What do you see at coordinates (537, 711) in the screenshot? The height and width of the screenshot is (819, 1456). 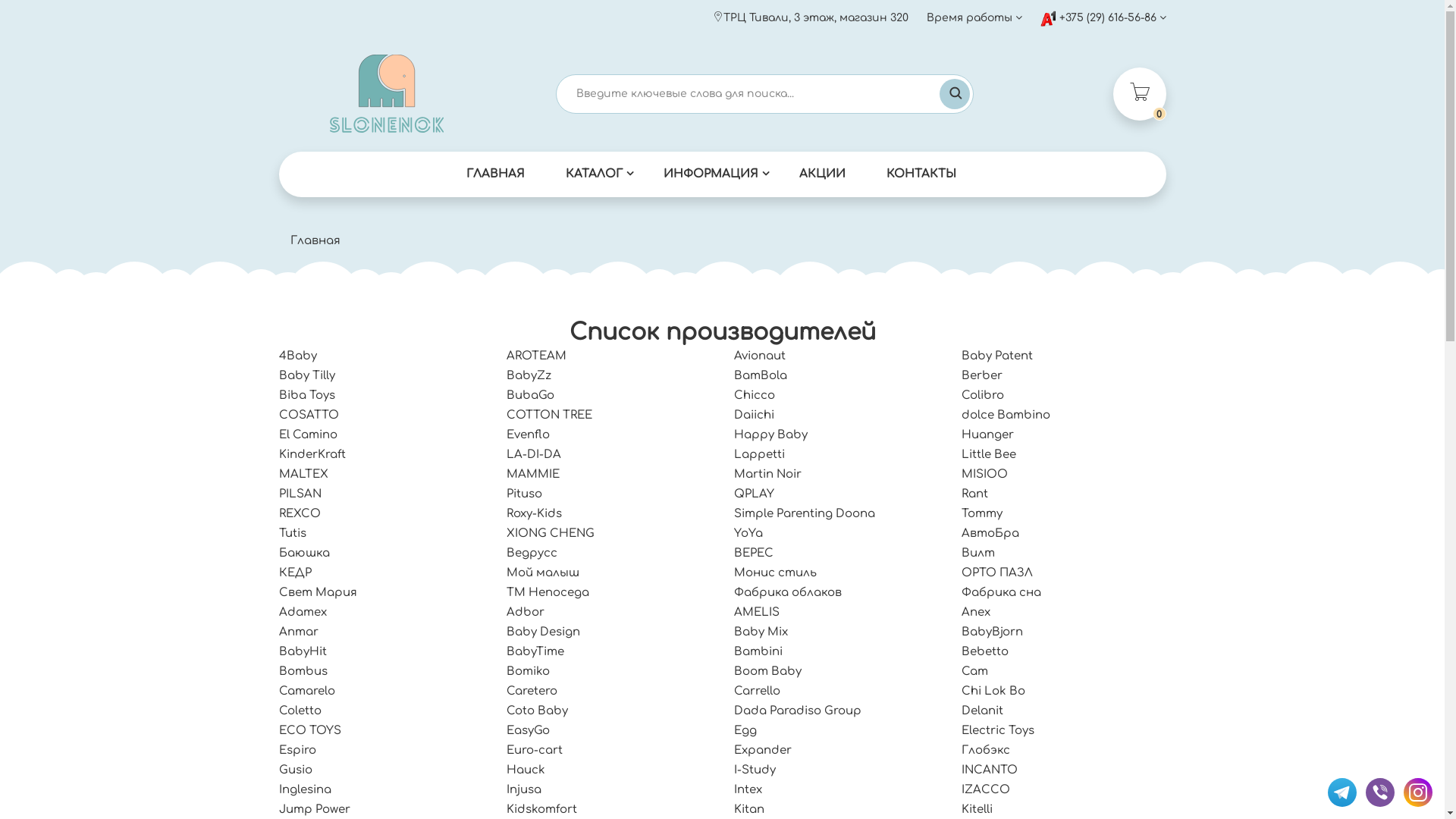 I see `'Coto Baby'` at bounding box center [537, 711].